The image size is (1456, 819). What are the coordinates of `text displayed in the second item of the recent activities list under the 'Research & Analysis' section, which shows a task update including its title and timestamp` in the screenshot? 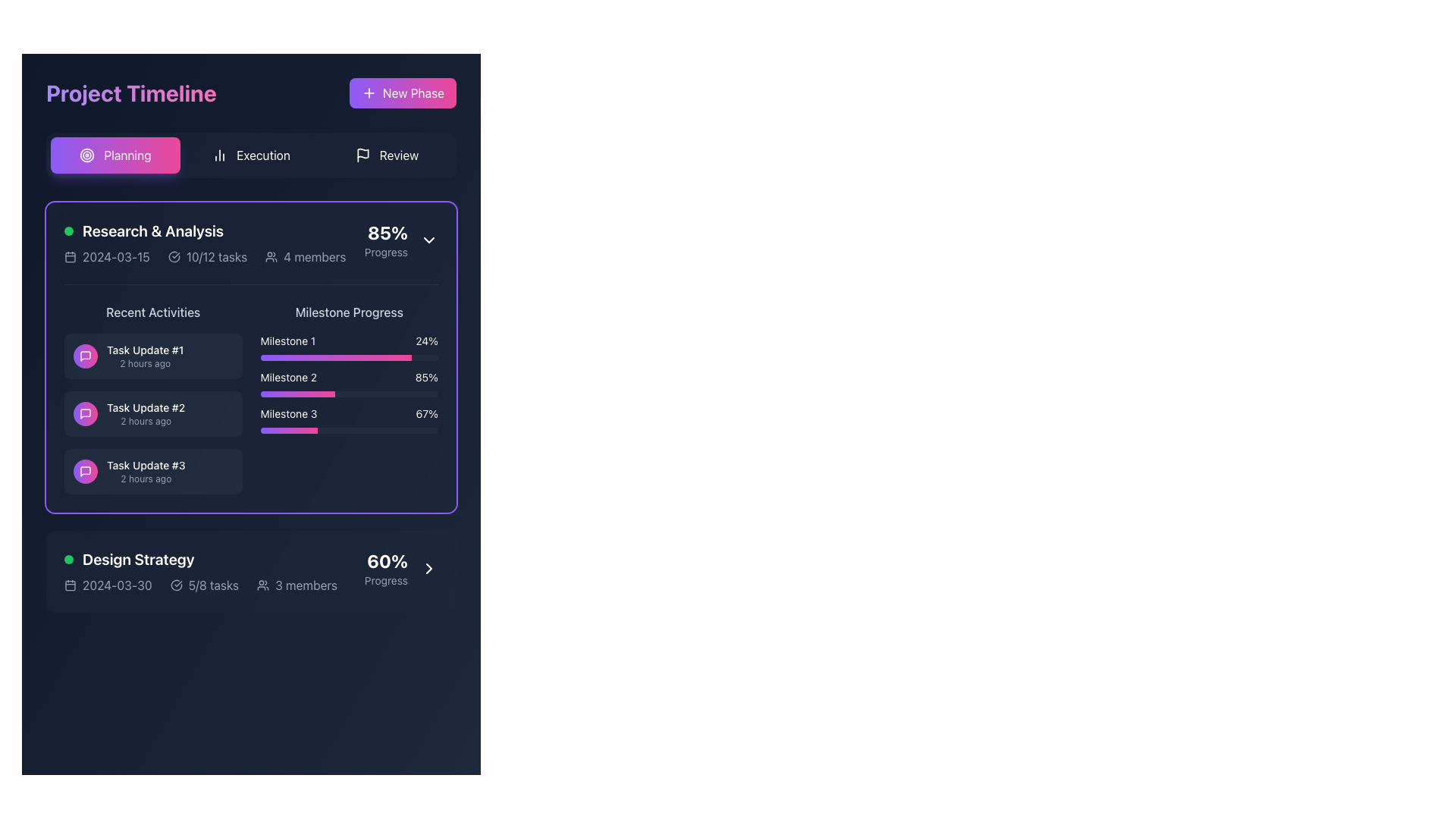 It's located at (146, 414).